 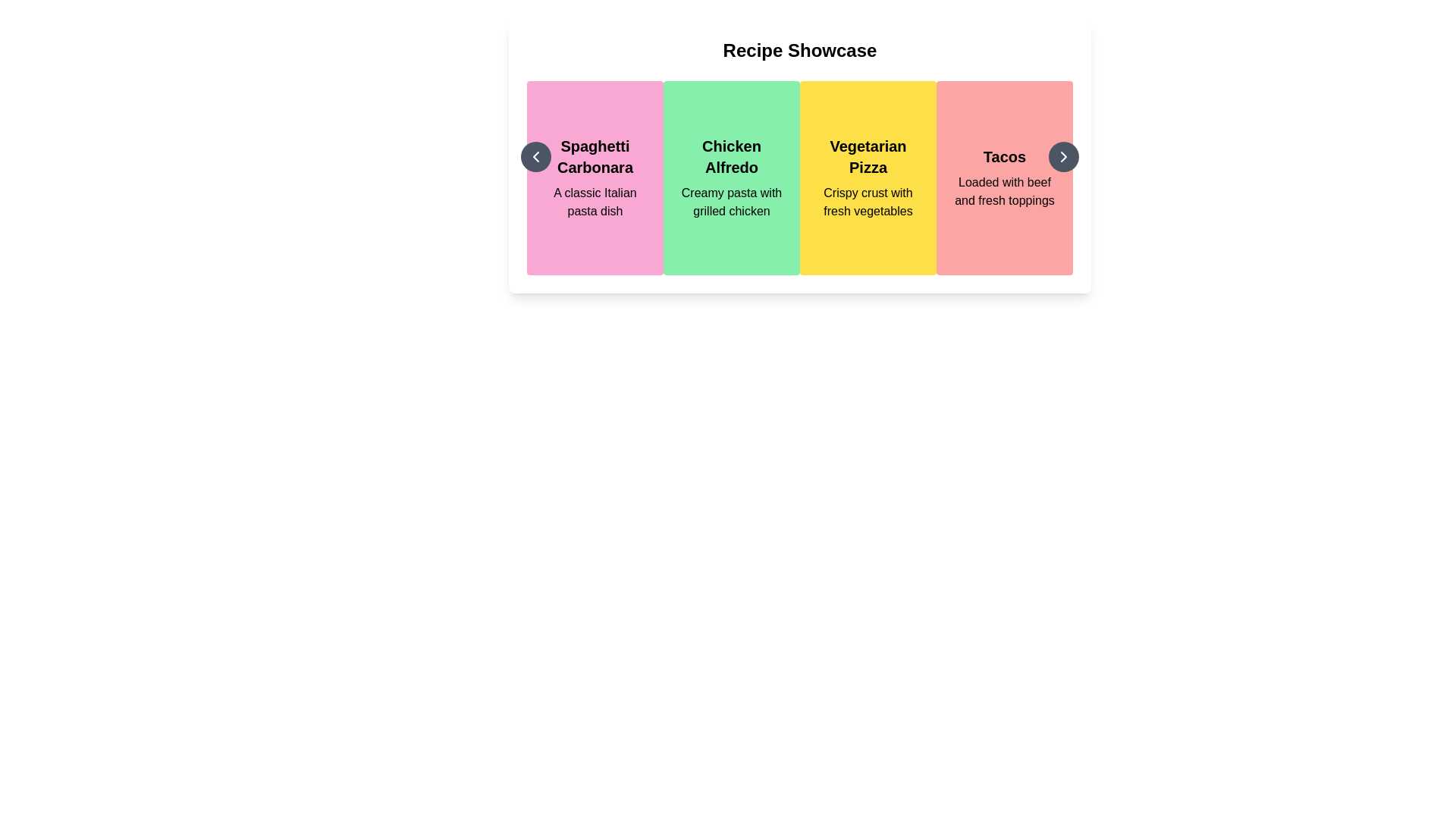 What do you see at coordinates (731, 157) in the screenshot?
I see `the 'Chicken Alfredo' text label` at bounding box center [731, 157].